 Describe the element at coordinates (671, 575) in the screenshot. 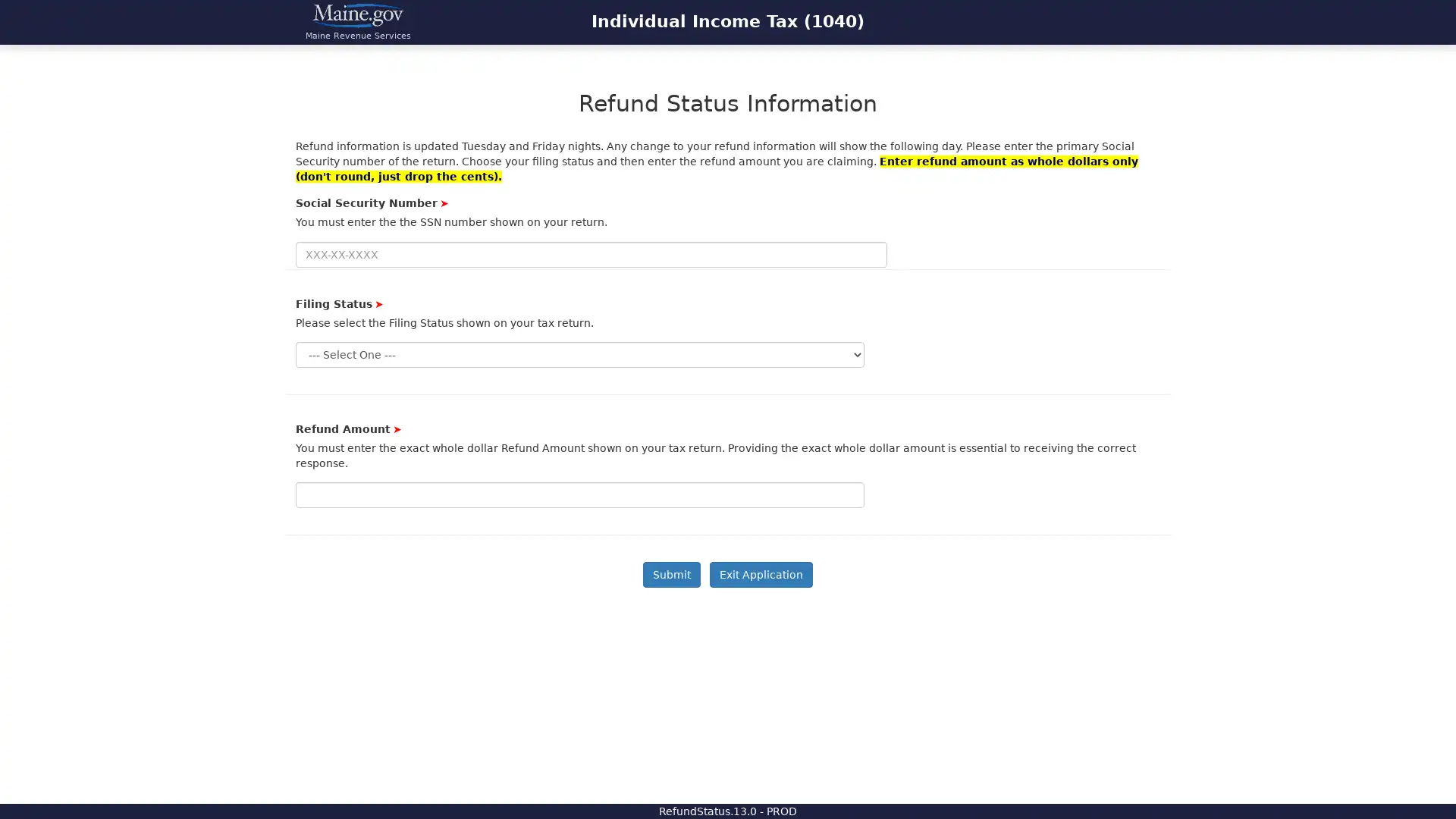

I see `Submit` at that location.